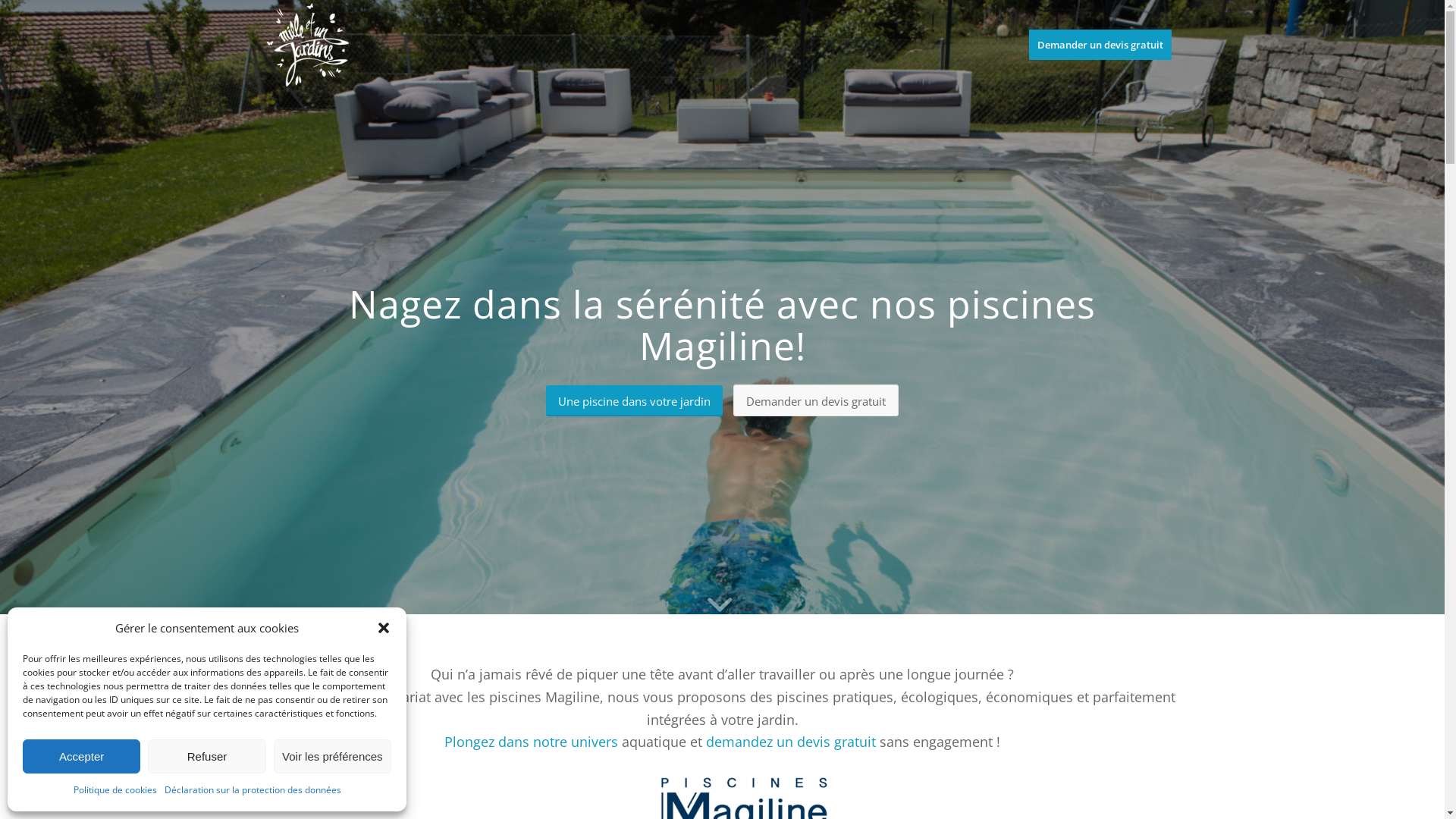 The image size is (1456, 819). Describe the element at coordinates (789, 741) in the screenshot. I see `'demandez un devis gratuit'` at that location.